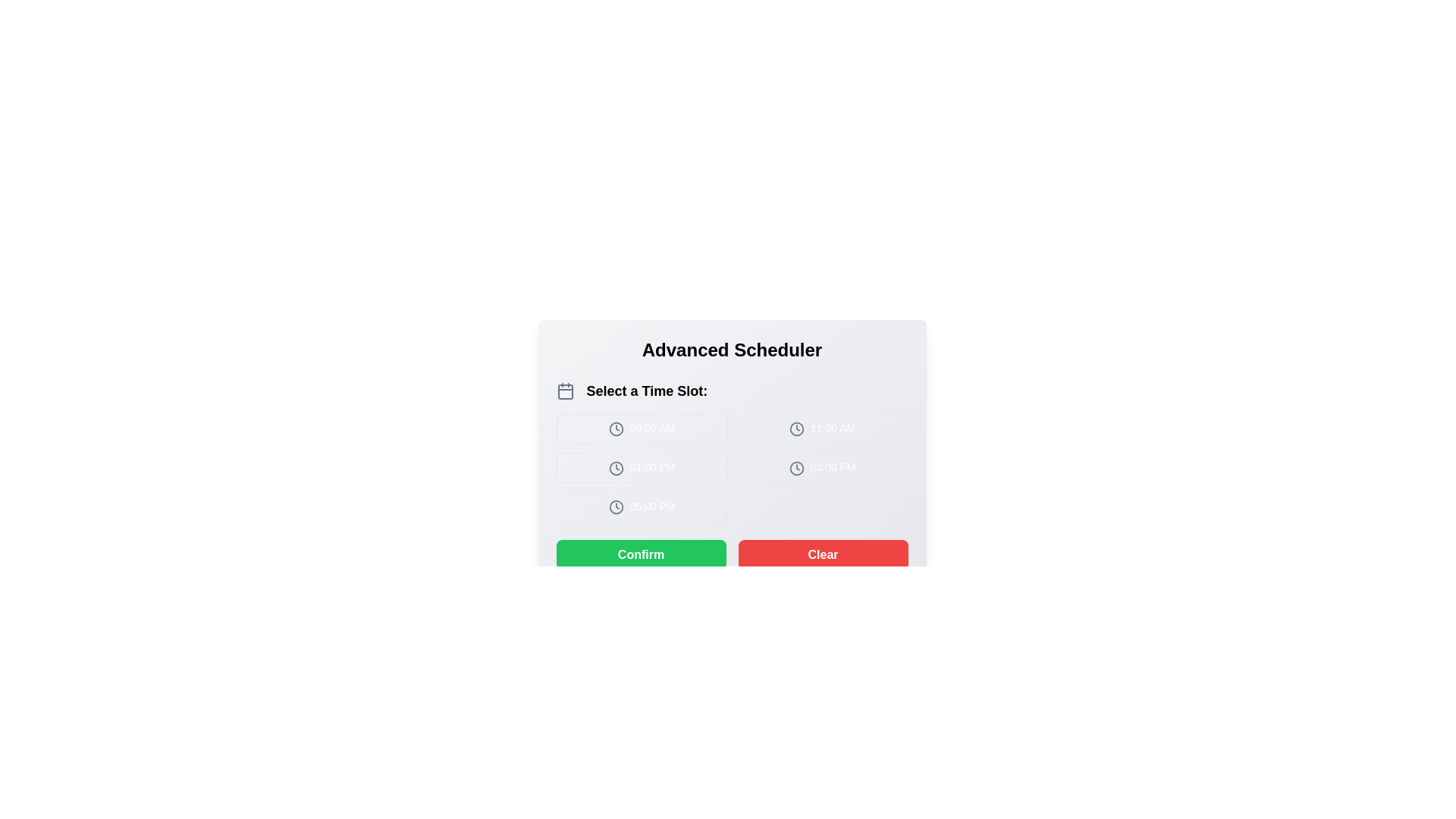  I want to click on the decorative clock icon located to the left of the text '09:00 AM' in the first row of the time slots section, so click(616, 429).